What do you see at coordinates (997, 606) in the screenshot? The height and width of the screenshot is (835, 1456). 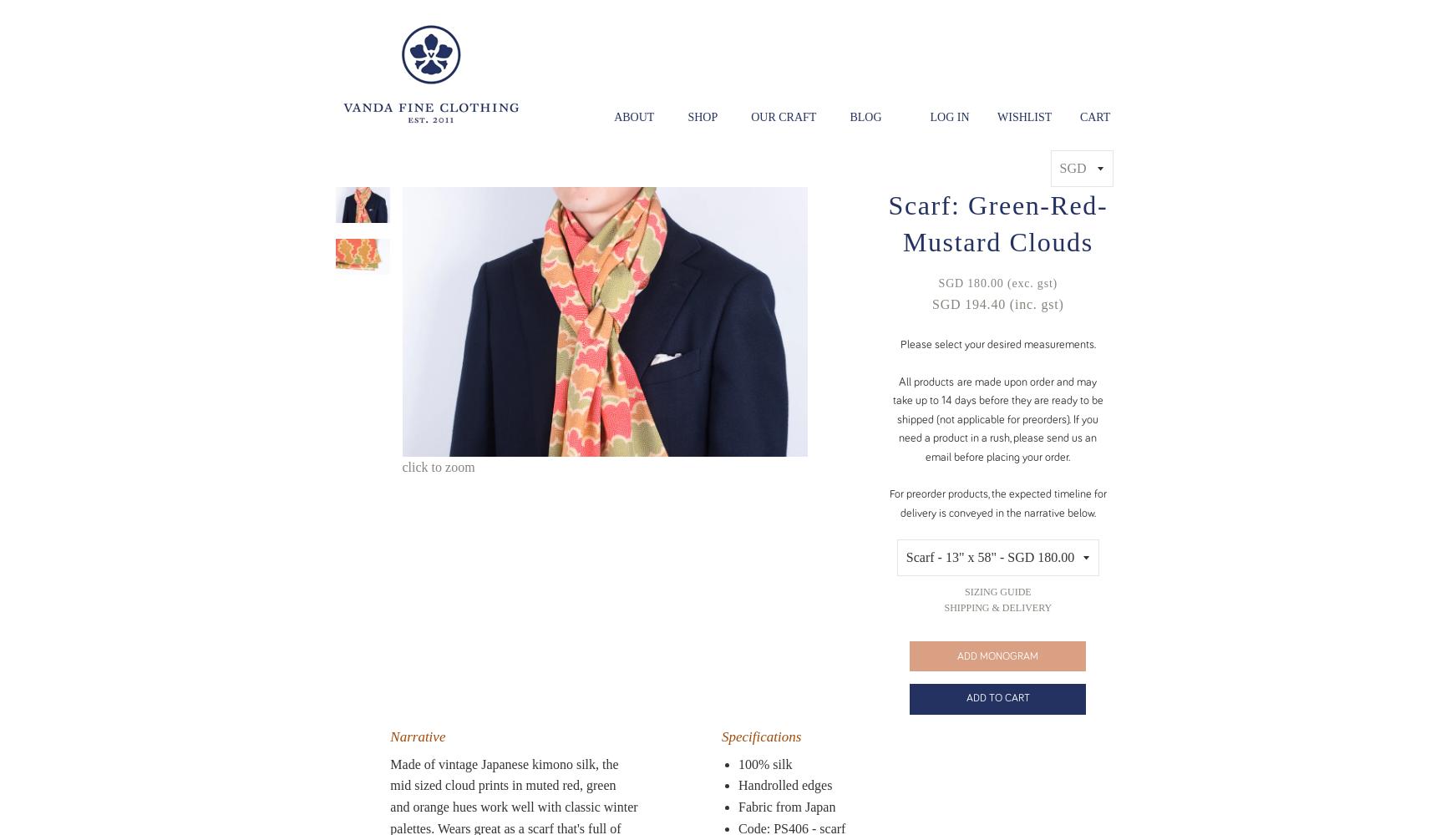 I see `'Shipping & Delivery'` at bounding box center [997, 606].